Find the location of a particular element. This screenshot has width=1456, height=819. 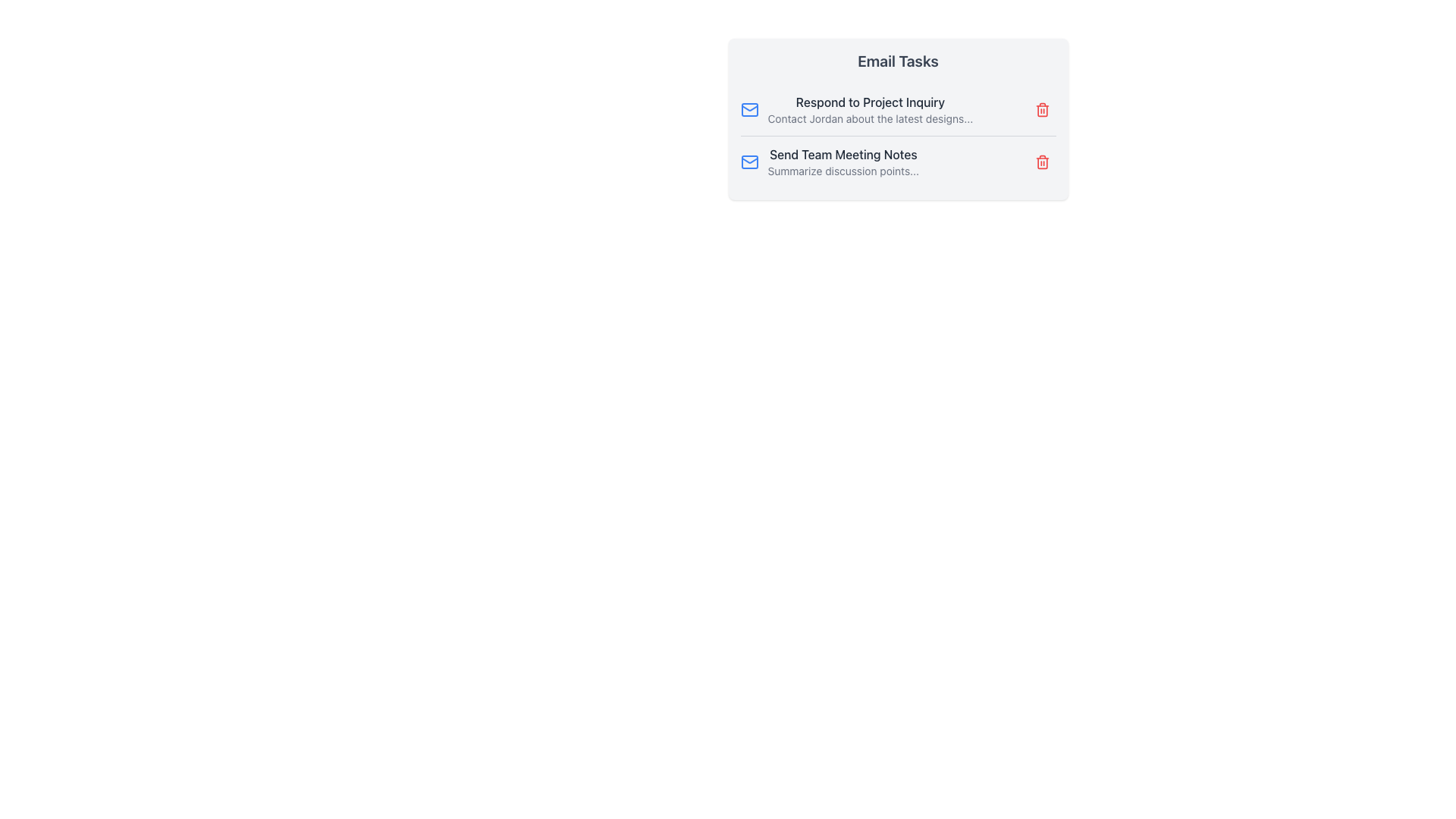

the task titled 'Respond to Project Inquiry' is located at coordinates (898, 109).